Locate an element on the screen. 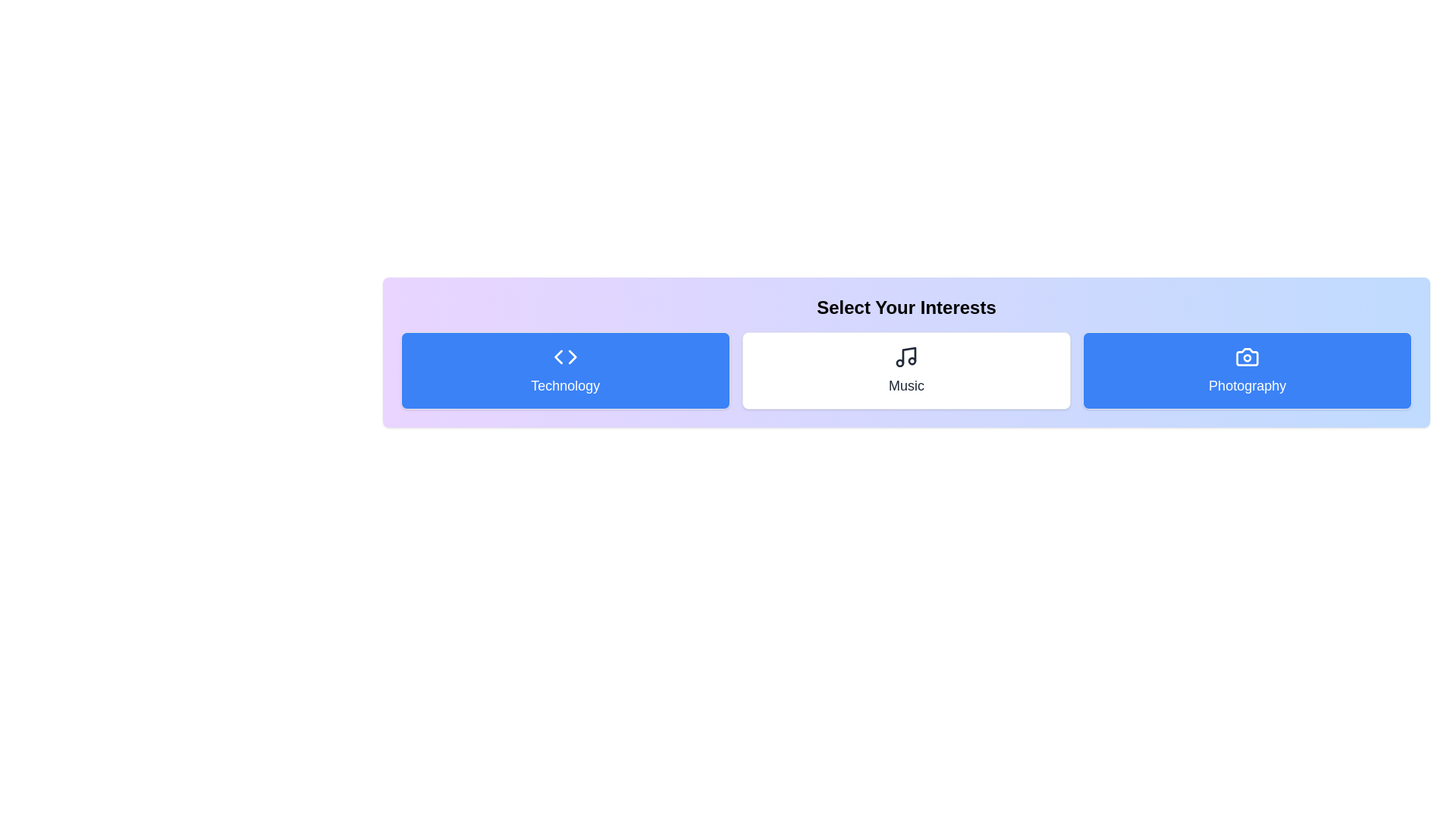 This screenshot has height=819, width=1456. the 'Music' category to toggle its activation state is located at coordinates (906, 371).